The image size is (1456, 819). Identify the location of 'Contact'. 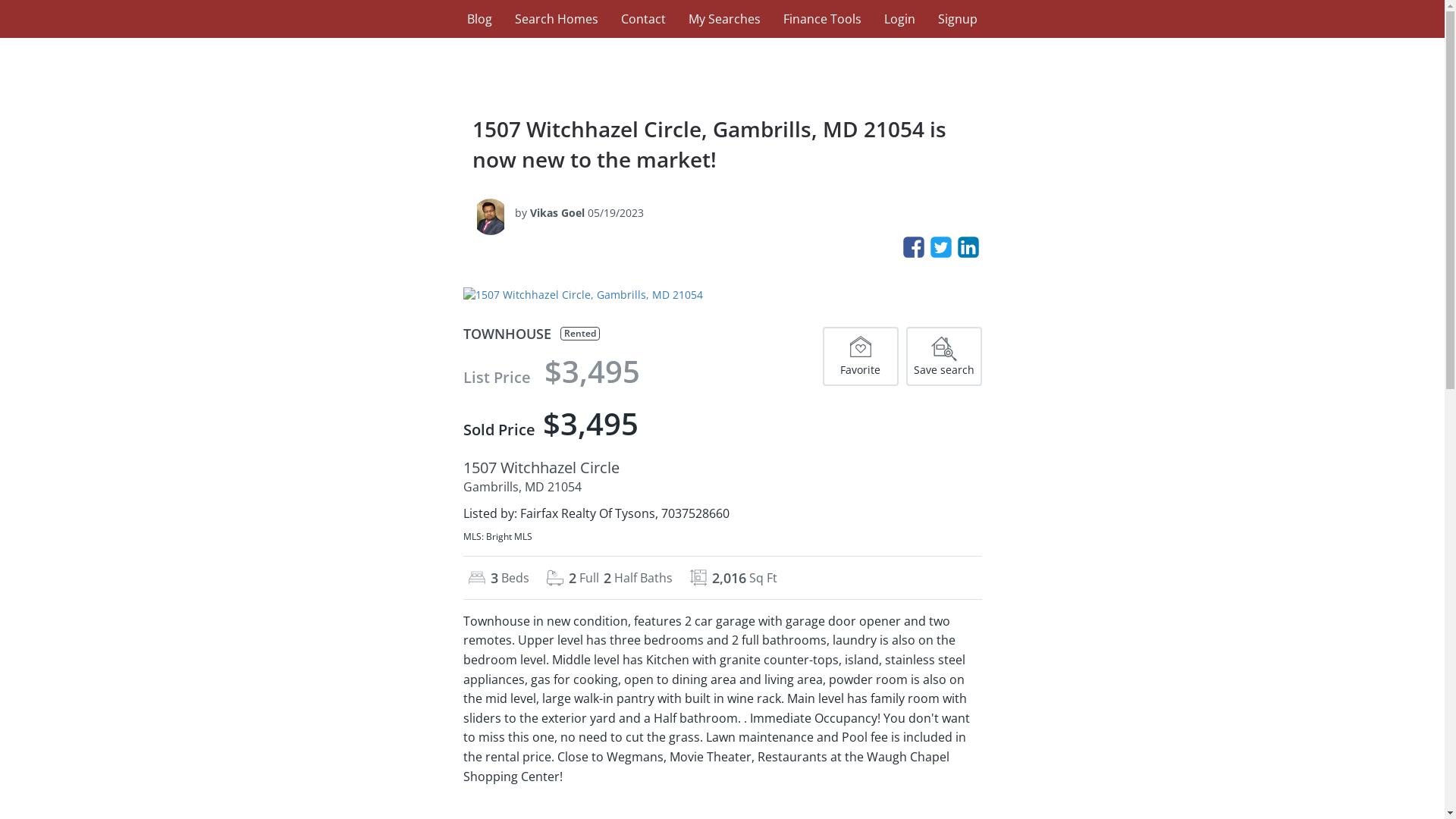
(643, 18).